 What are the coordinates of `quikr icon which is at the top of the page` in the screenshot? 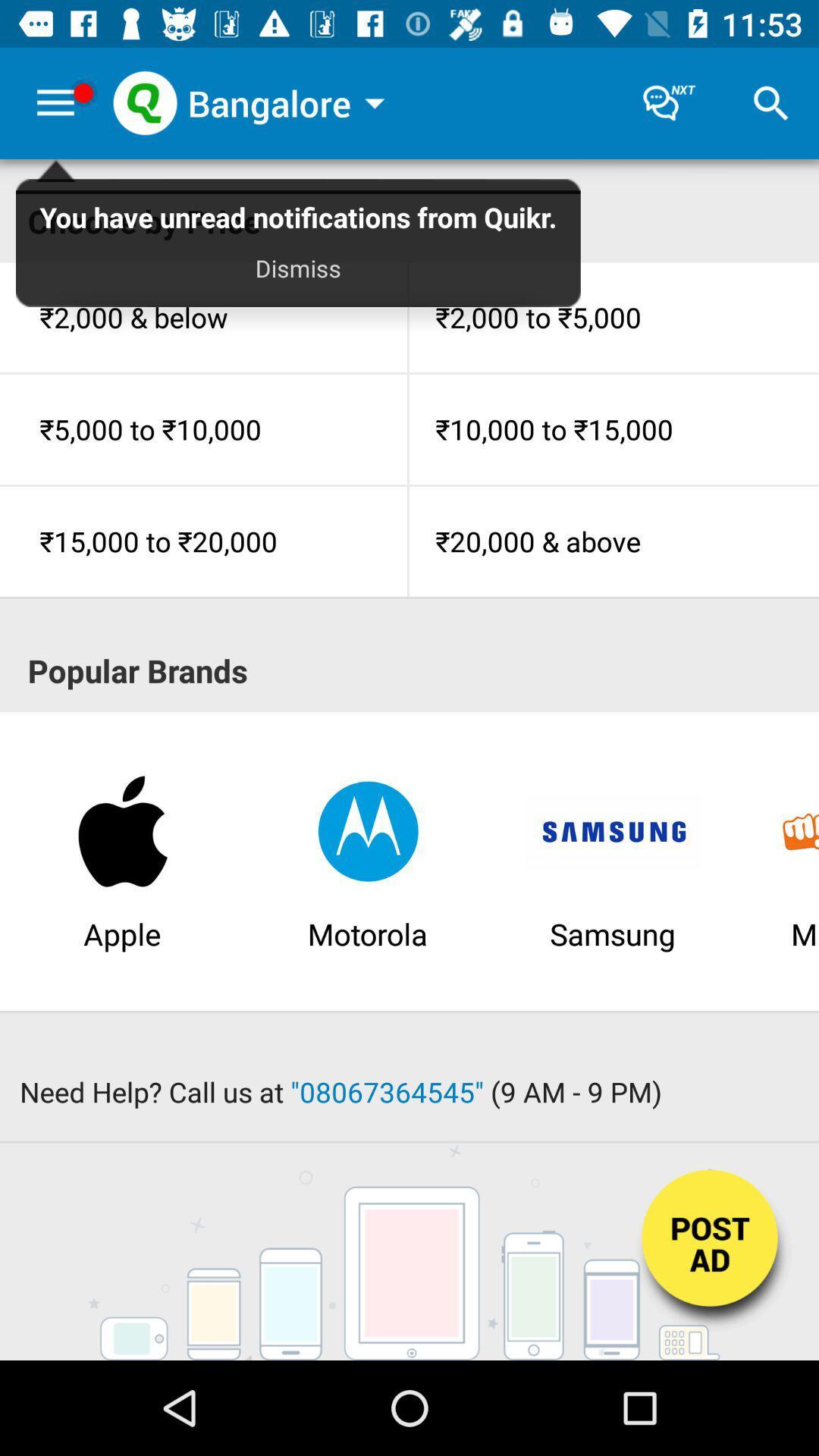 It's located at (145, 102).